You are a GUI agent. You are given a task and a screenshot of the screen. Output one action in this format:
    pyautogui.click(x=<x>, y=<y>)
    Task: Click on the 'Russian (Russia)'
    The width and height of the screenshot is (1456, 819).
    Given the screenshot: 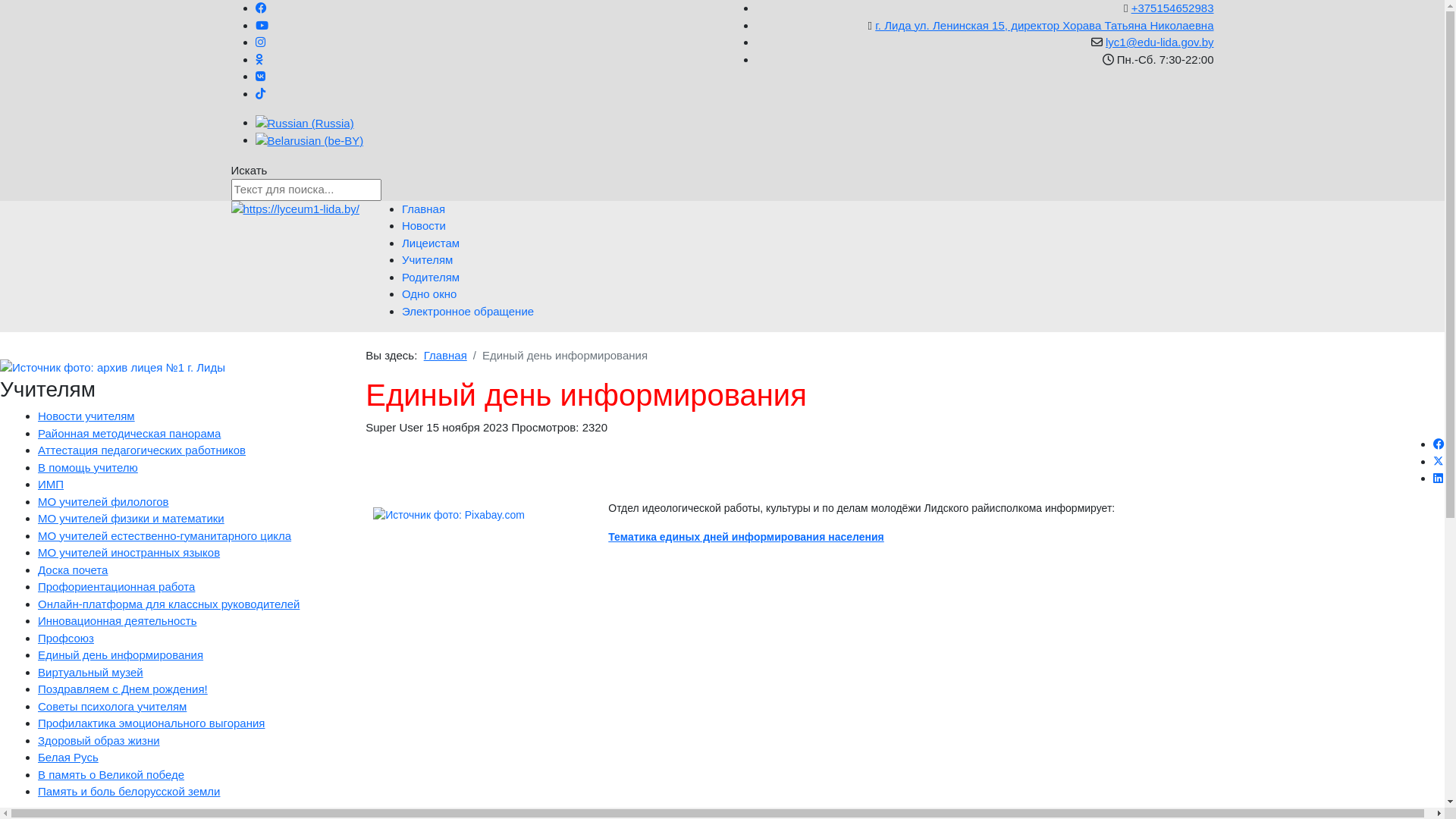 What is the action you would take?
    pyautogui.click(x=303, y=123)
    